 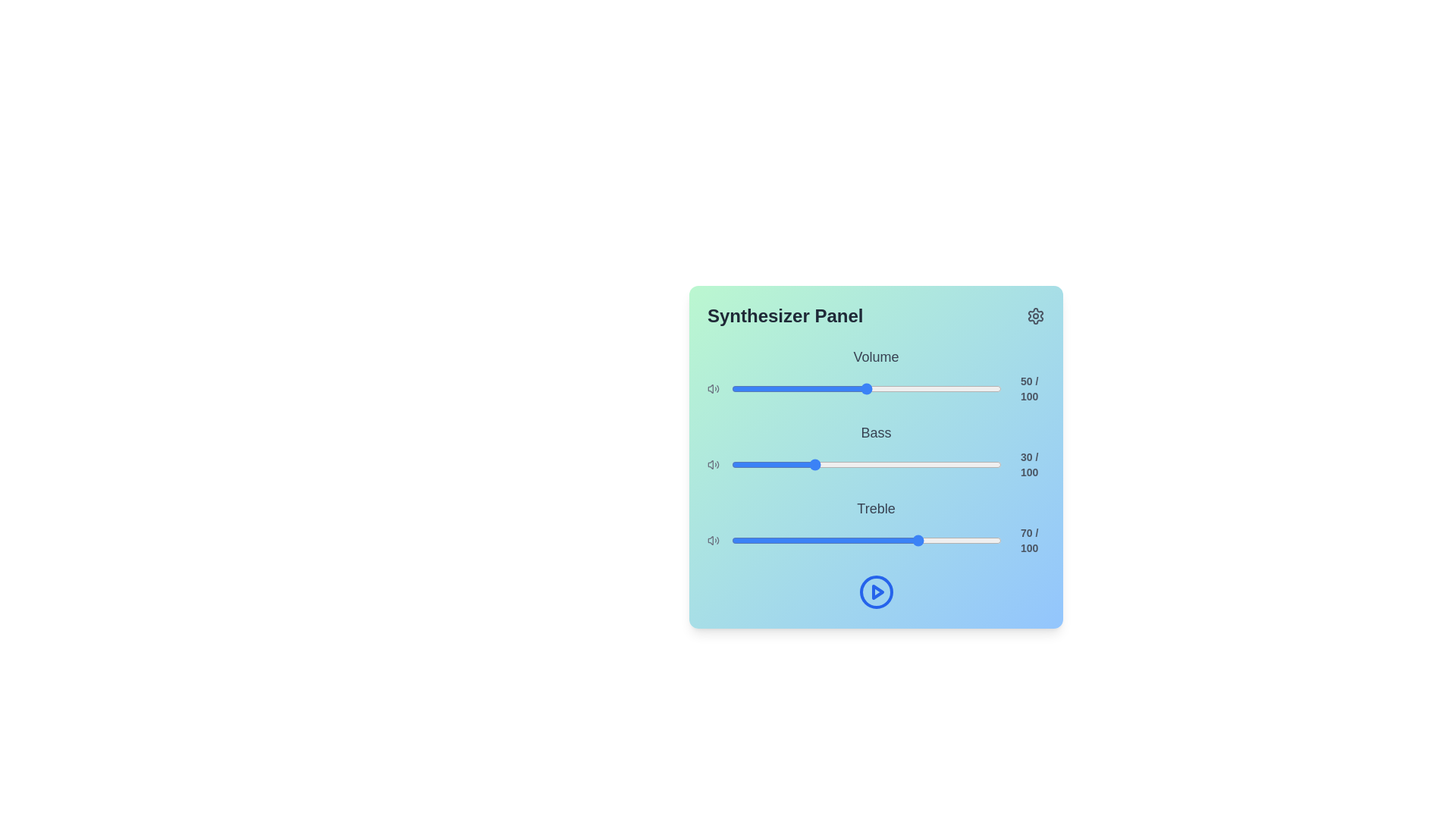 What do you see at coordinates (869, 388) in the screenshot?
I see `the volume slider to set the sound level to 51%` at bounding box center [869, 388].